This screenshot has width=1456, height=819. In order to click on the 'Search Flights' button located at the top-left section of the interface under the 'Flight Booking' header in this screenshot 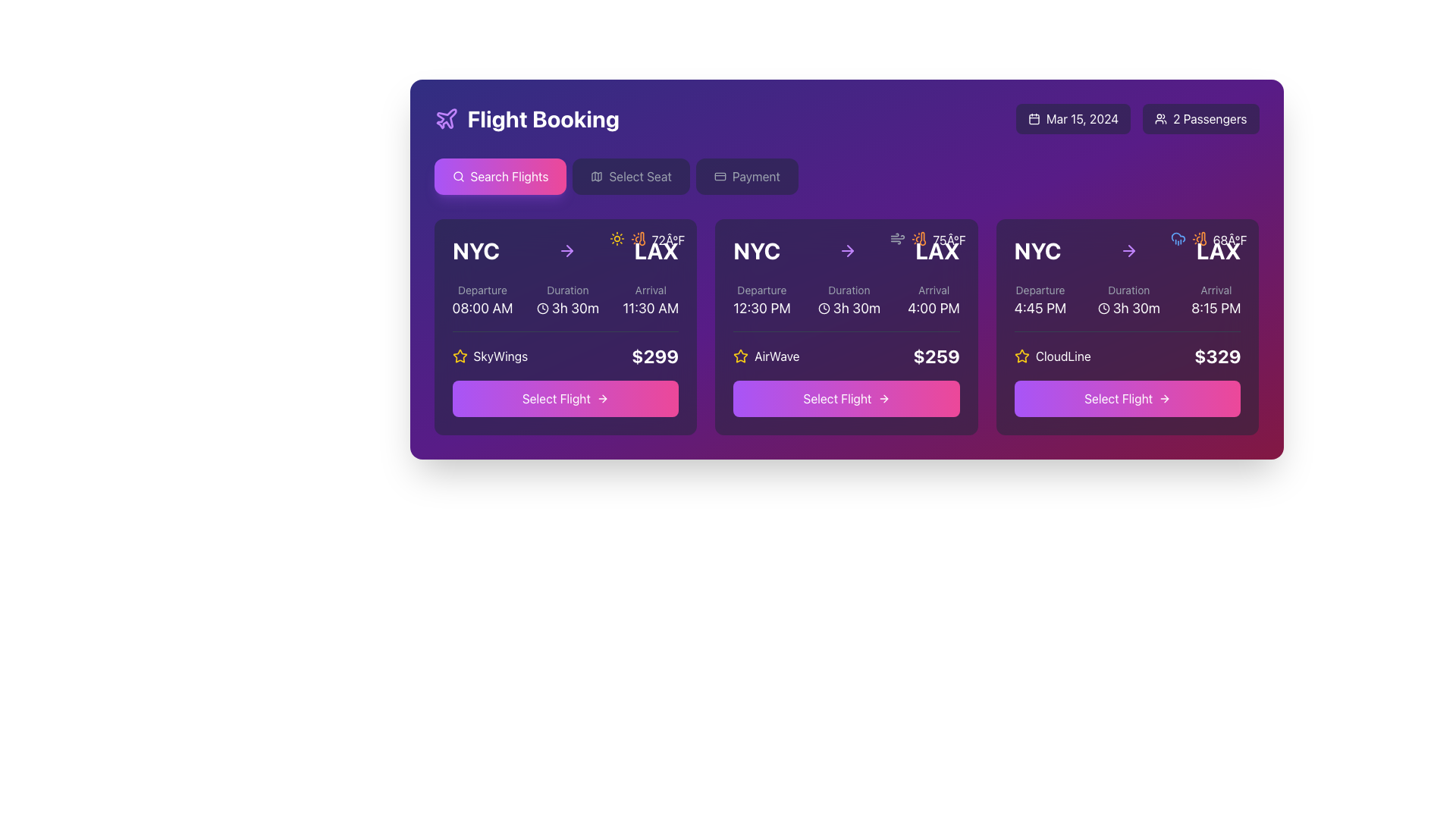, I will do `click(500, 175)`.